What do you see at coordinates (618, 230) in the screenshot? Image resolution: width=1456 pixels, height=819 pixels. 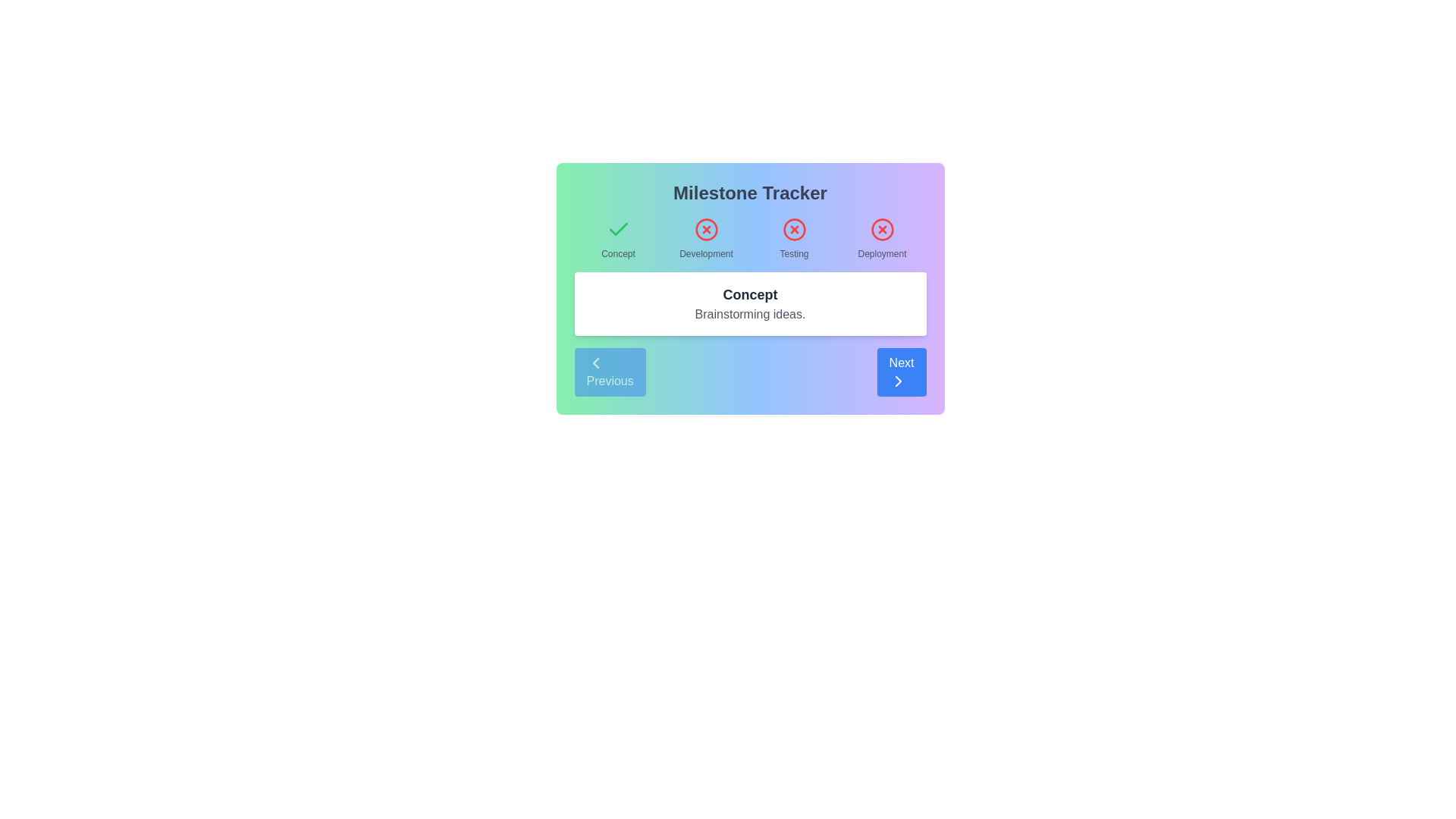 I see `the green checkmark icon that is centrally aligned and positioned above the 'Concept' text label, located in the top-left quarter of the segmented row of milestones` at bounding box center [618, 230].